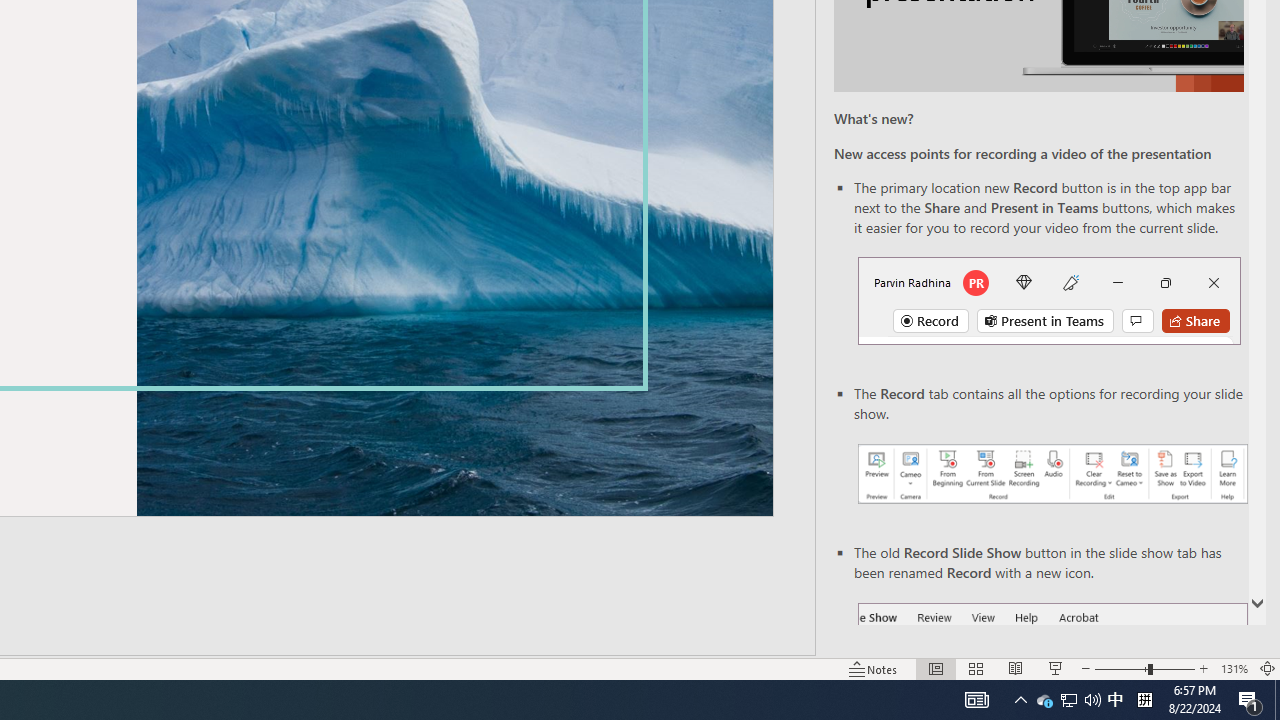 The image size is (1280, 720). Describe the element at coordinates (1015, 669) in the screenshot. I see `'Reading View'` at that location.